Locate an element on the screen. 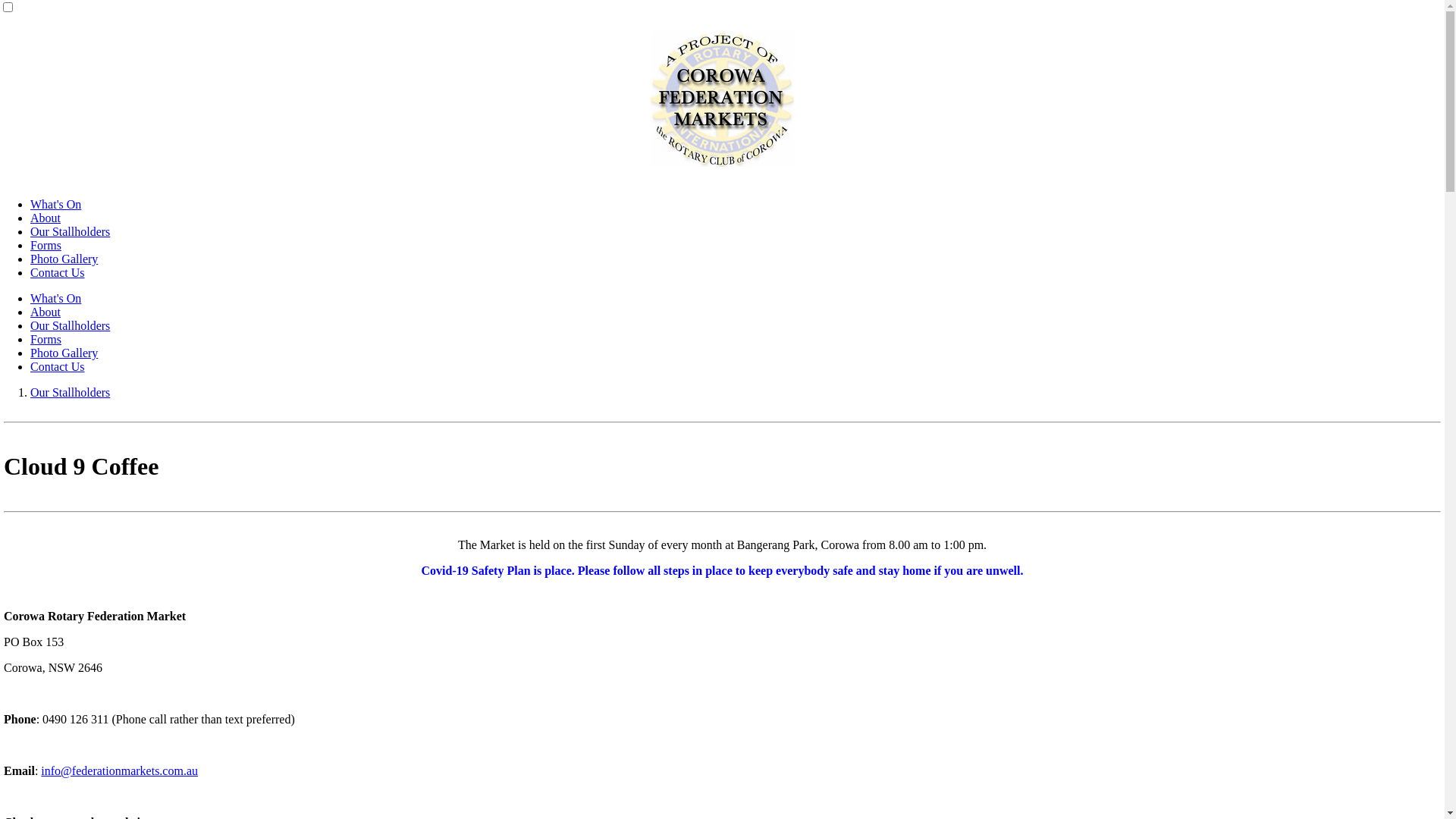  'info@federationmarkets.com.au' is located at coordinates (118, 770).